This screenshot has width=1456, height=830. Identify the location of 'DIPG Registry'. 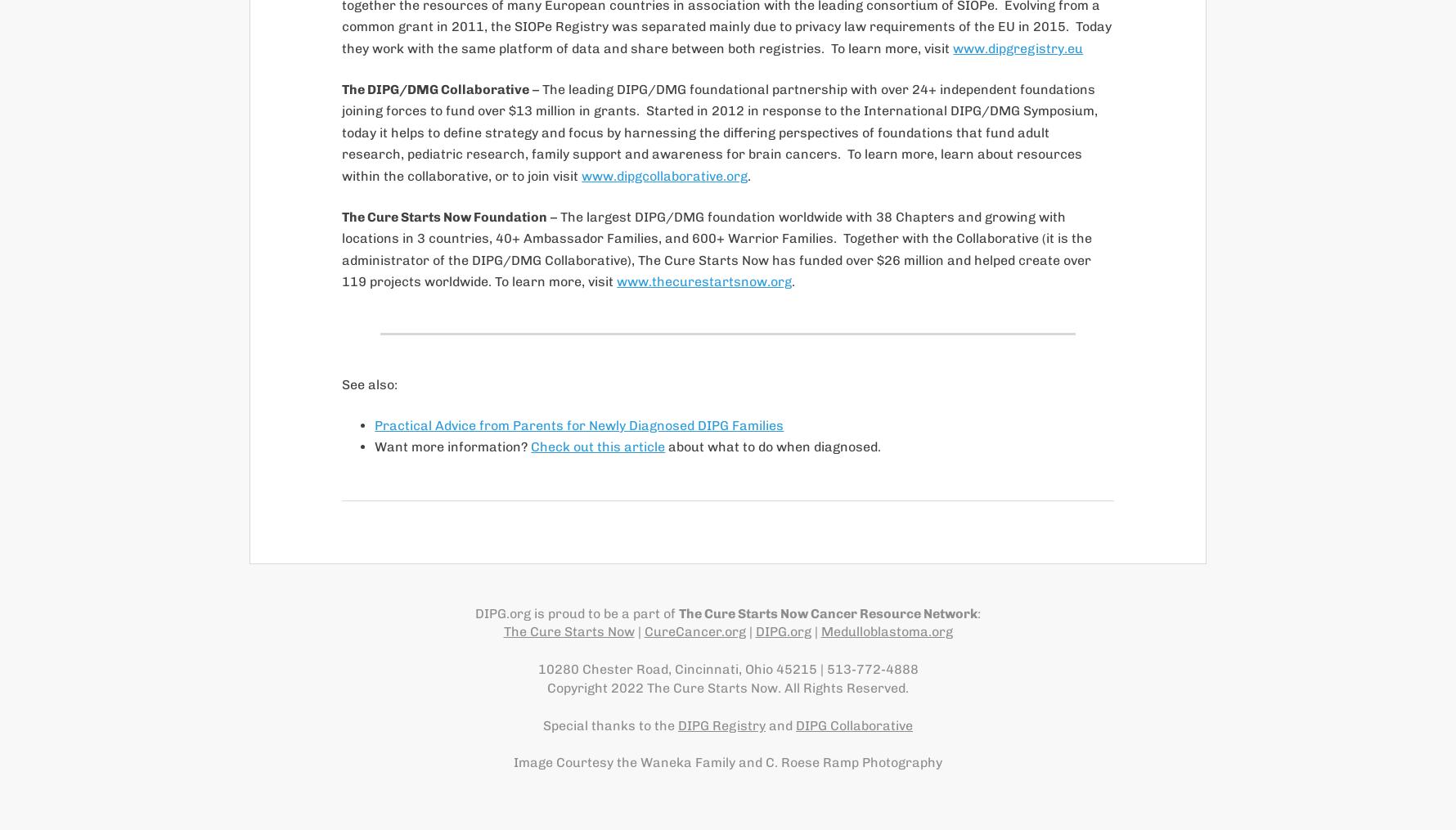
(721, 724).